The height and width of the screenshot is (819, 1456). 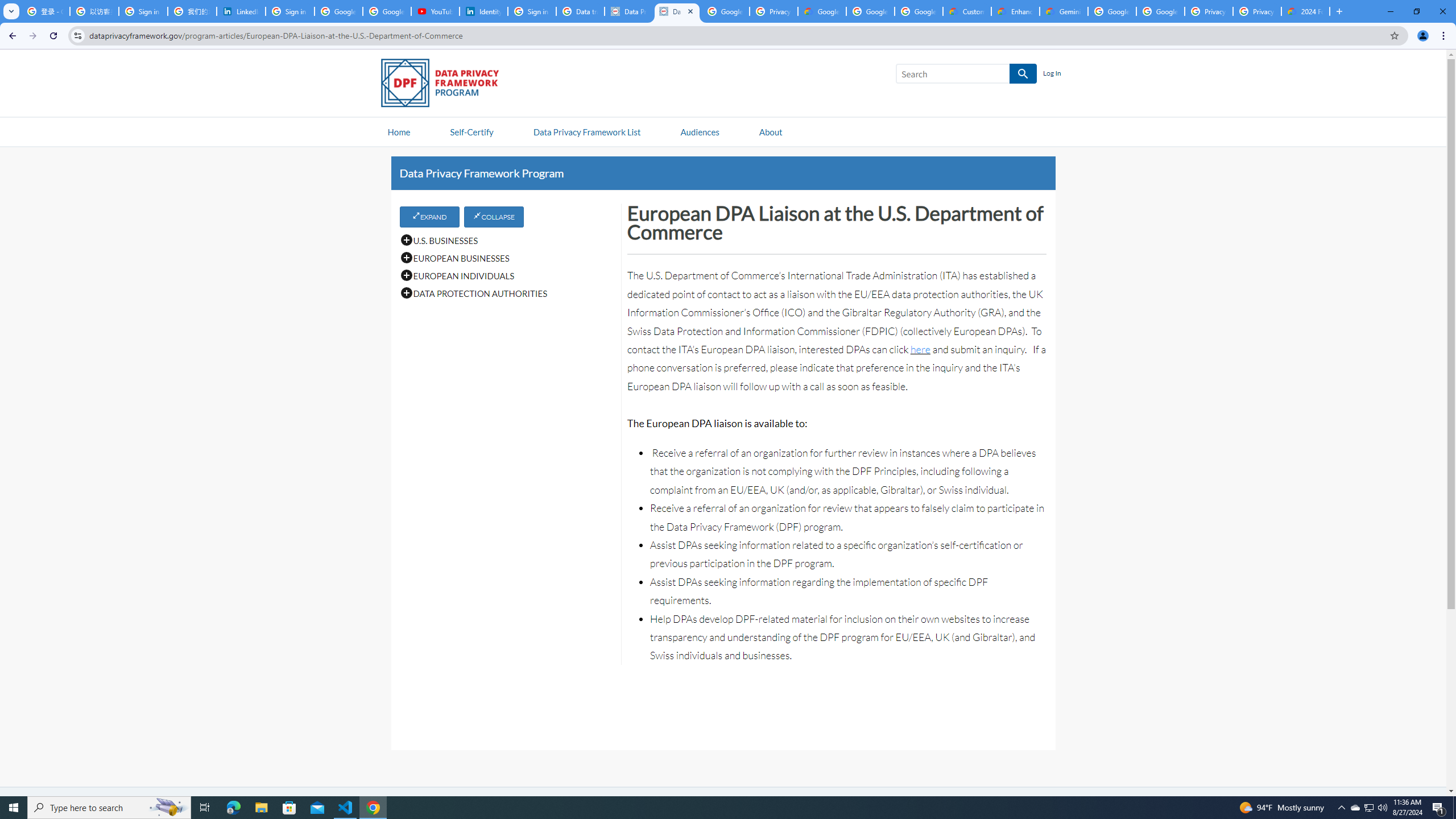 I want to click on 'AutomationID: navitem', so click(x=700, y=131).